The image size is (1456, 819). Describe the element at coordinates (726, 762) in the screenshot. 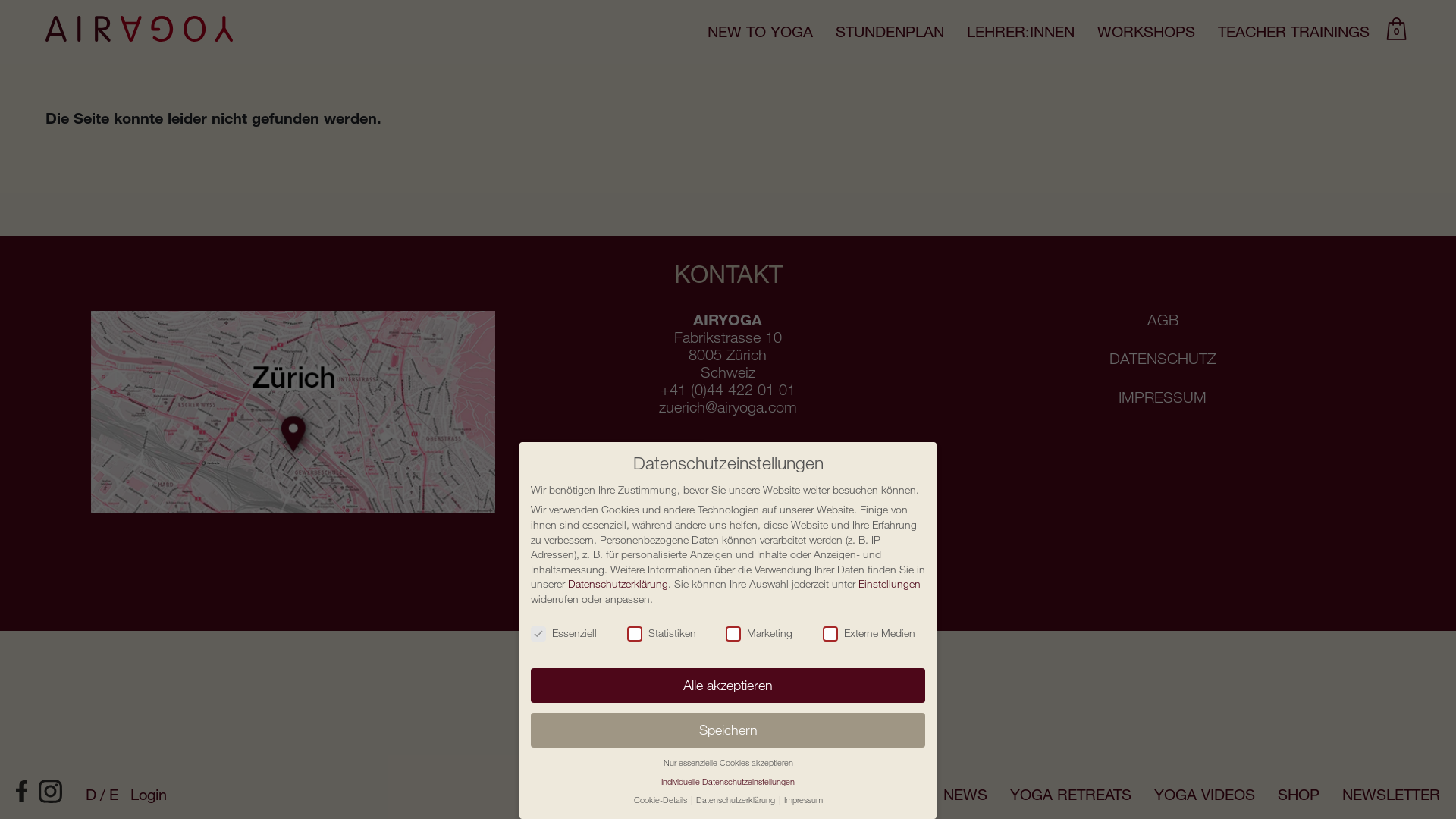

I see `'Nur essenzielle Cookies akzeptieren'` at that location.